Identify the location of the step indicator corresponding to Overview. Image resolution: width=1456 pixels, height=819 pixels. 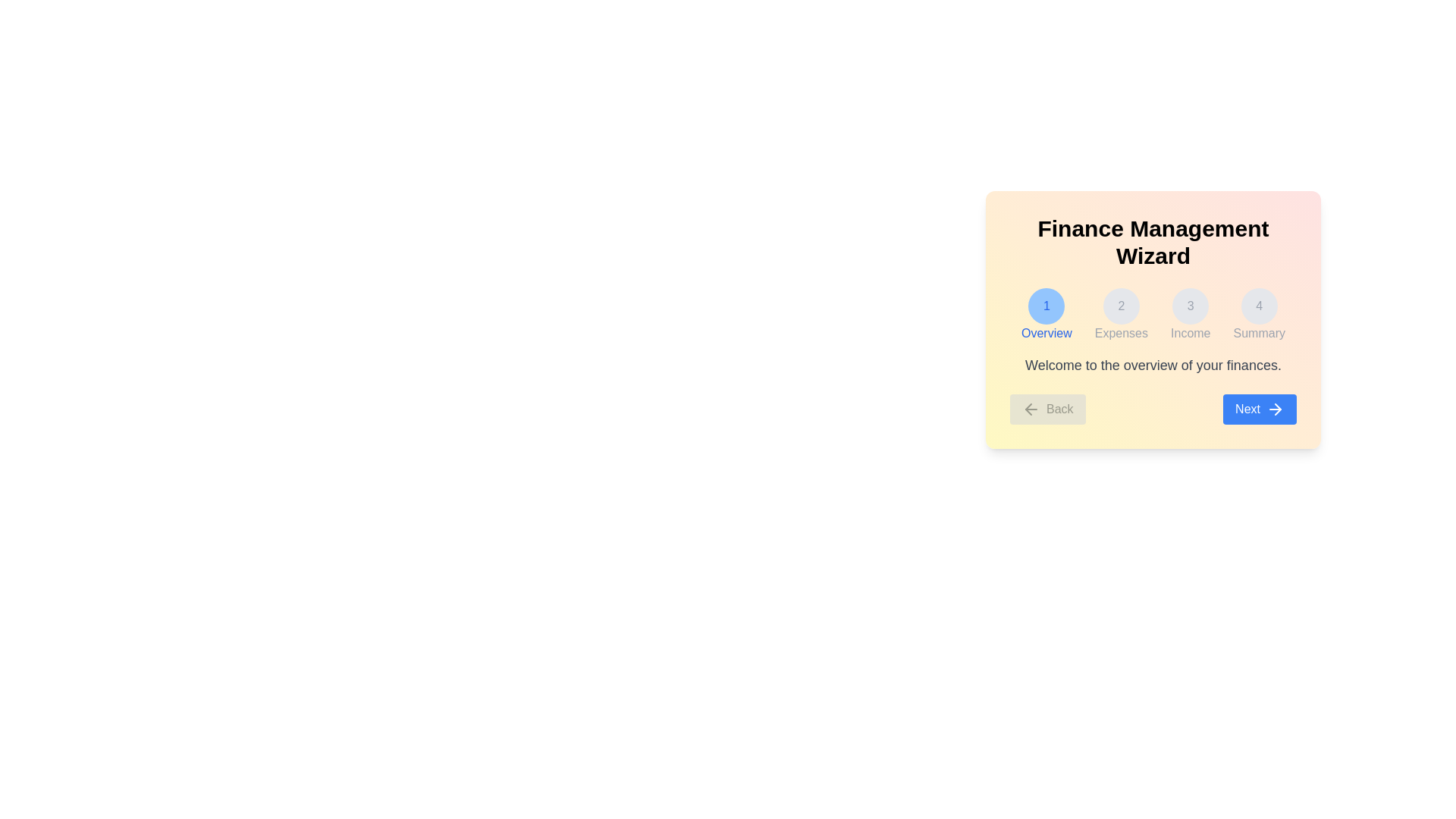
(1046, 315).